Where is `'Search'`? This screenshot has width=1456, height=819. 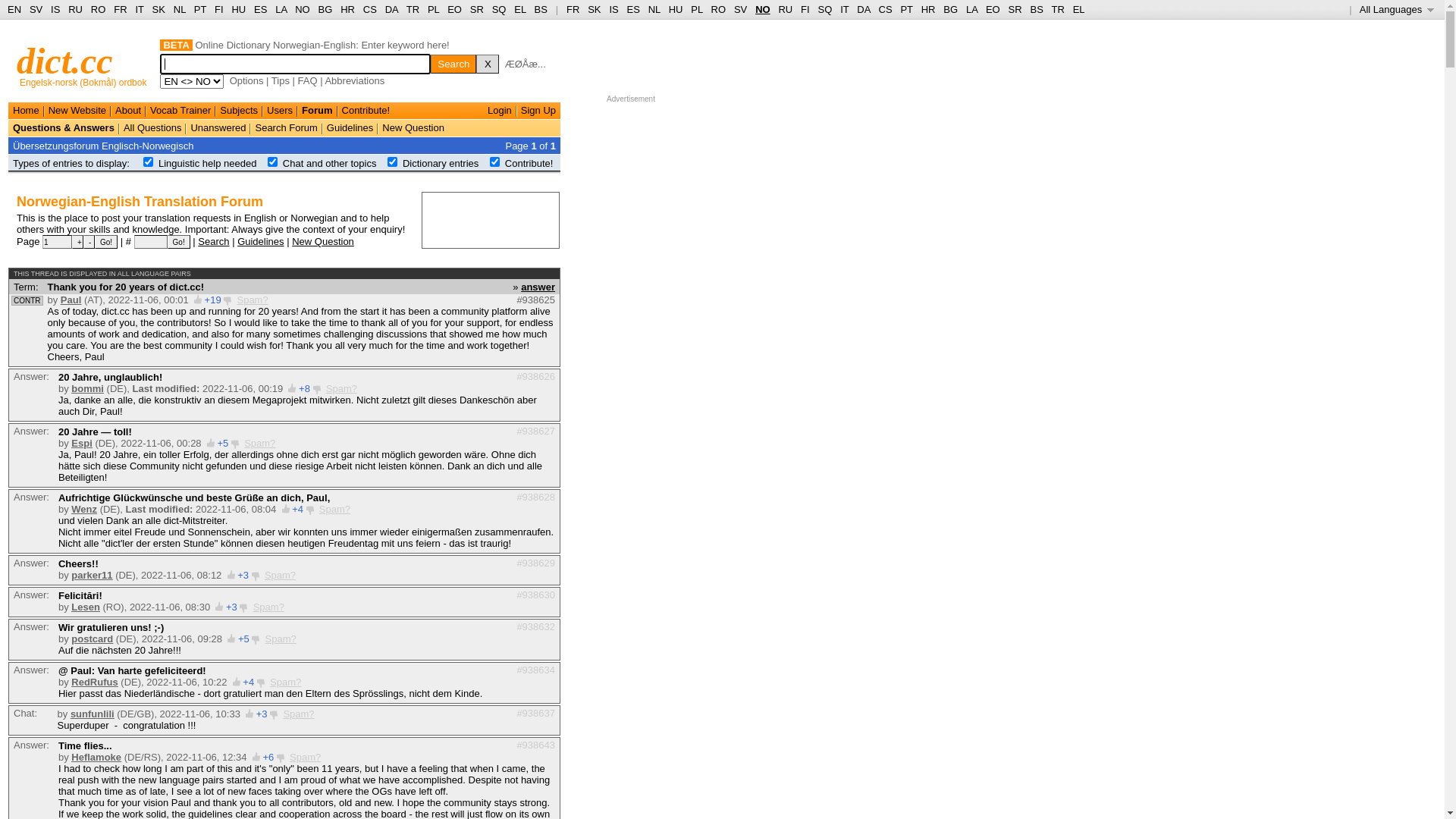 'Search' is located at coordinates (212, 240).